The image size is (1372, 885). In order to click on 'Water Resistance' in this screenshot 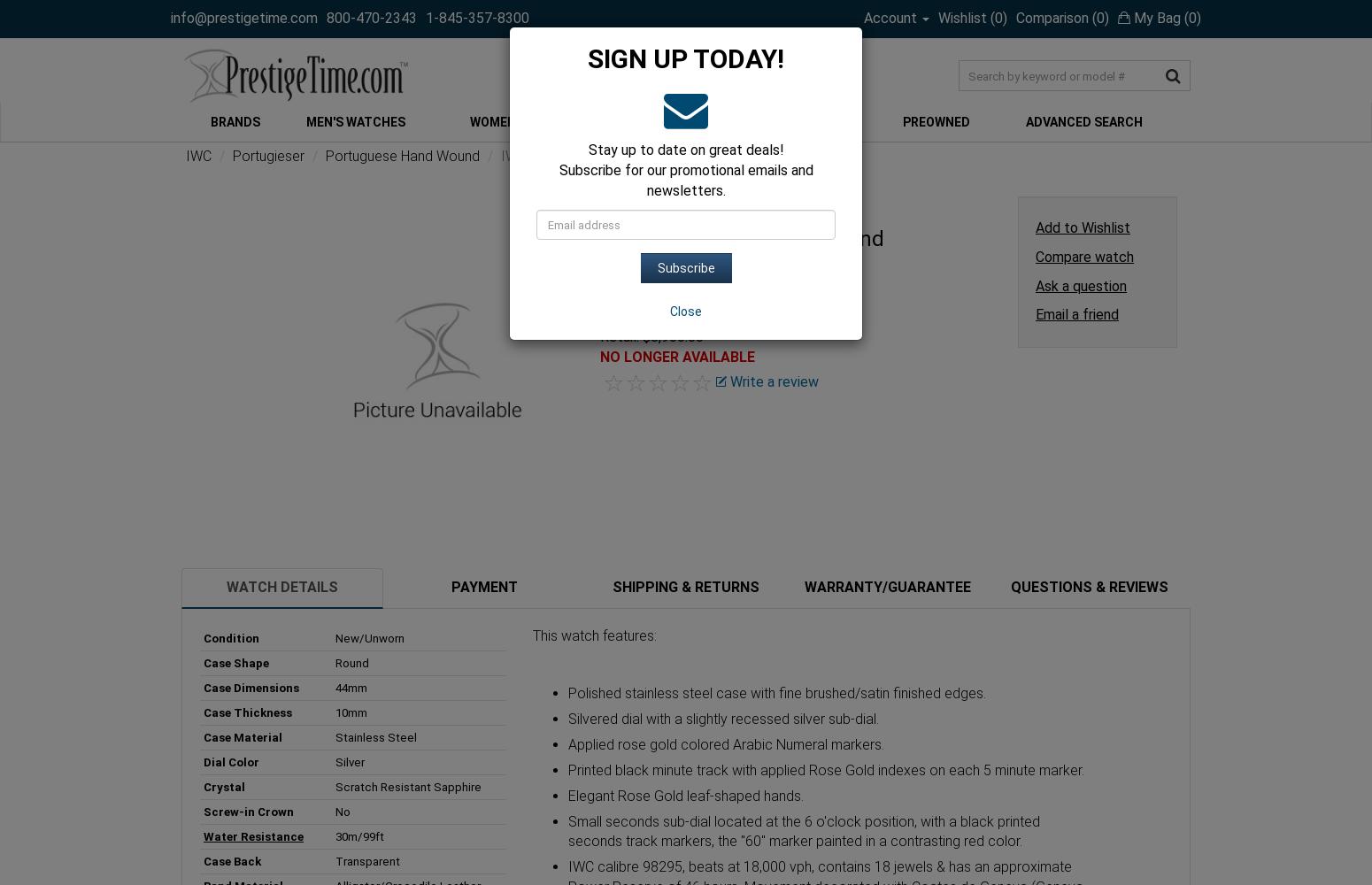, I will do `click(253, 835)`.